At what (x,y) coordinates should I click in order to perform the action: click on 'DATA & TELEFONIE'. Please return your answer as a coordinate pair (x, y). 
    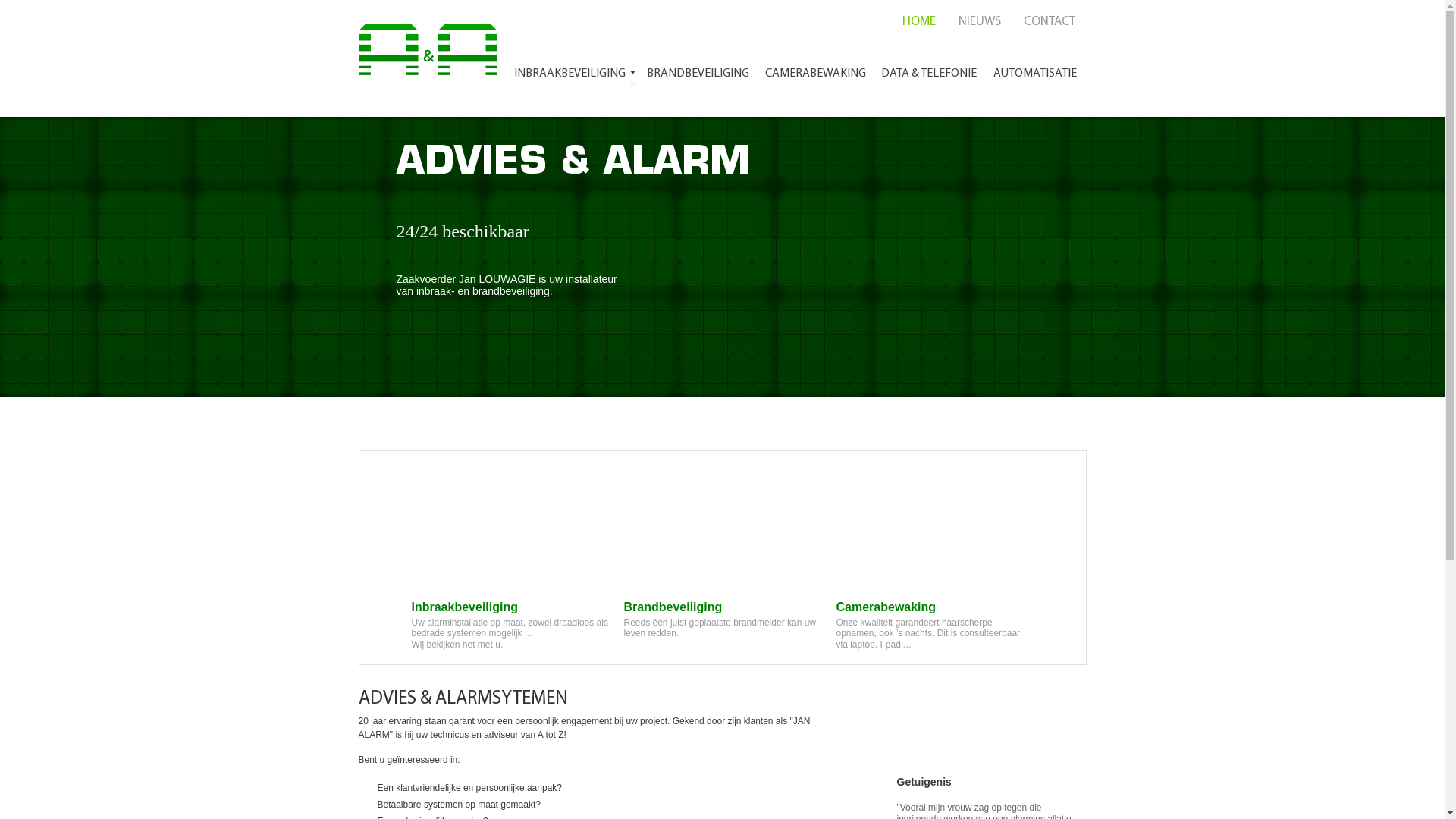
    Looking at the image, I should click on (927, 76).